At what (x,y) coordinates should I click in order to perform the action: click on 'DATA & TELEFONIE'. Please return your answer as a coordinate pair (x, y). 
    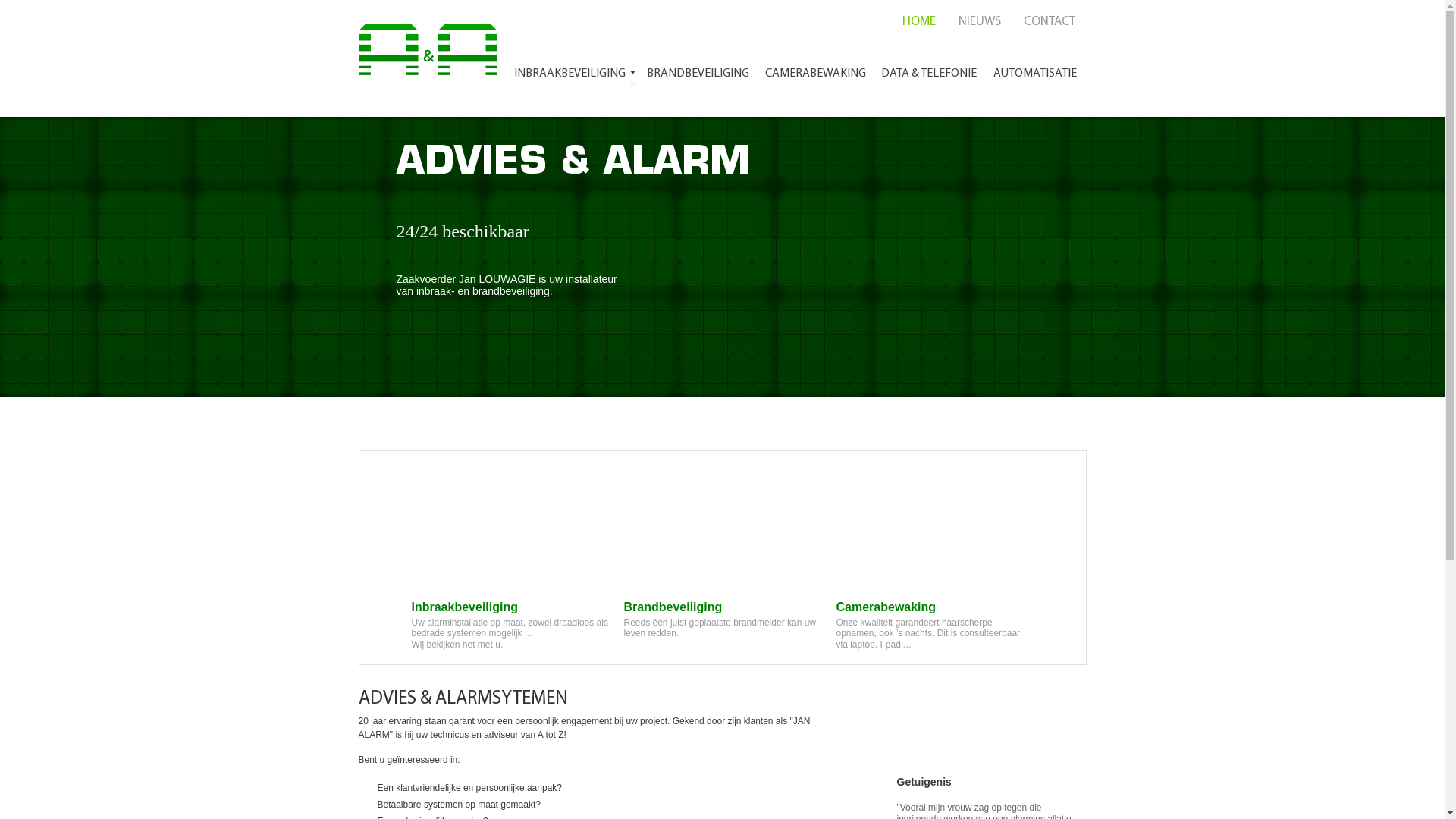
    Looking at the image, I should click on (927, 76).